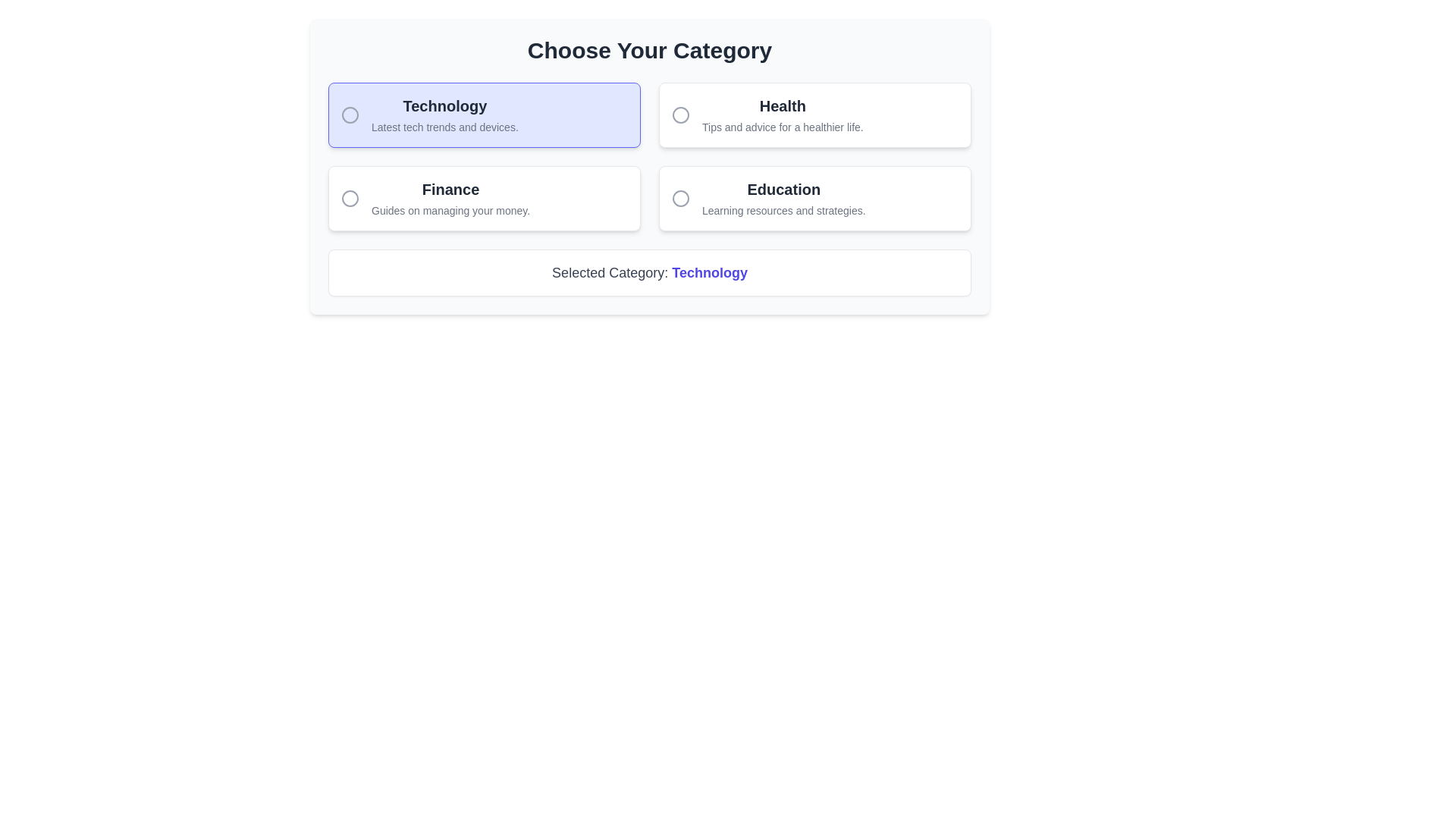  I want to click on the static text label that displays 'Tips and advice for a healthier life.' located beneath the 'Health' label in the 'Health' category section, so click(783, 127).